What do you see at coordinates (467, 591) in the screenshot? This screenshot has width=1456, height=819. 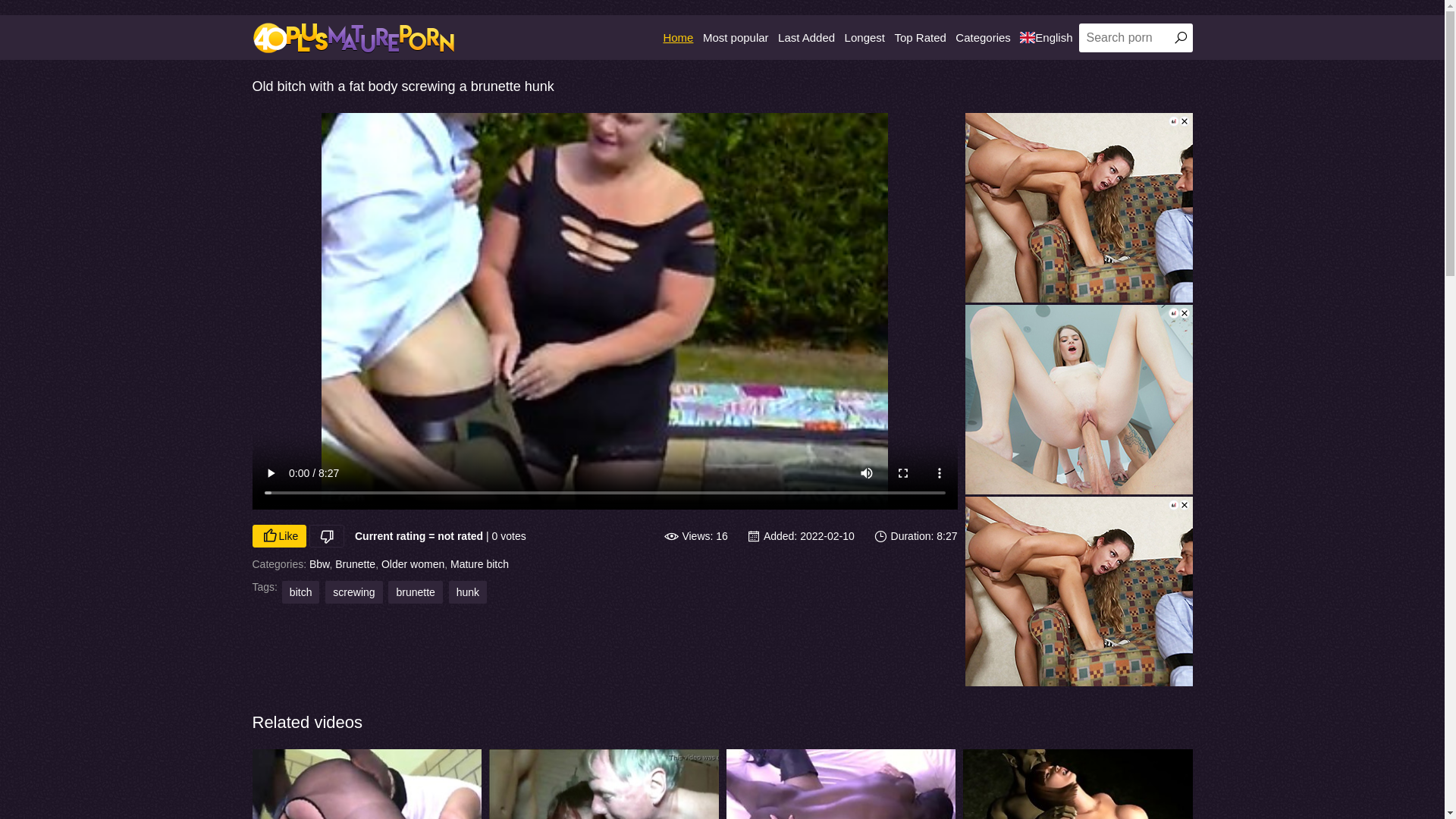 I see `'hunk'` at bounding box center [467, 591].